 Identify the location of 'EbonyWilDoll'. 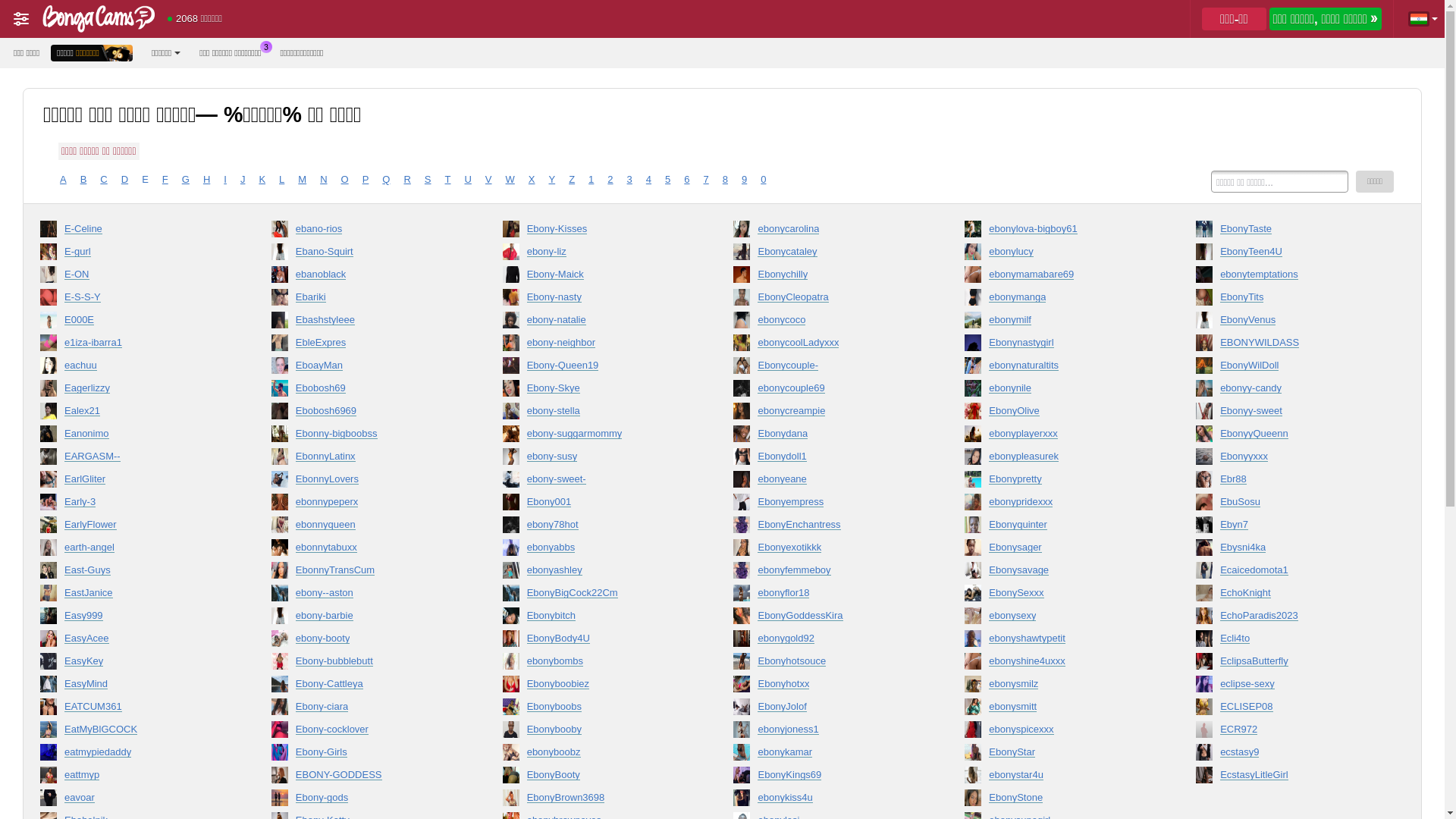
(1288, 369).